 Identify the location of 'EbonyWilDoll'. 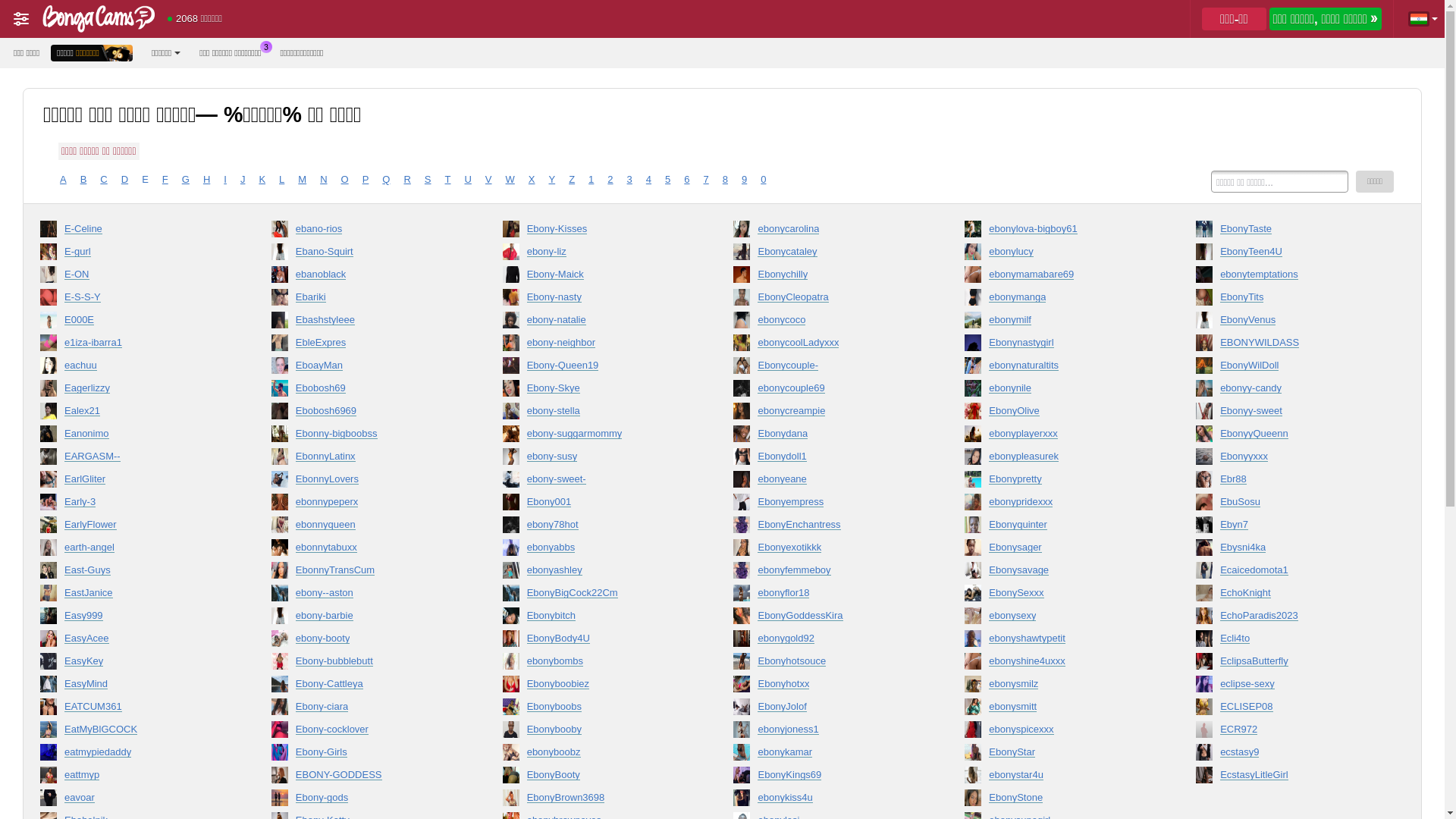
(1288, 369).